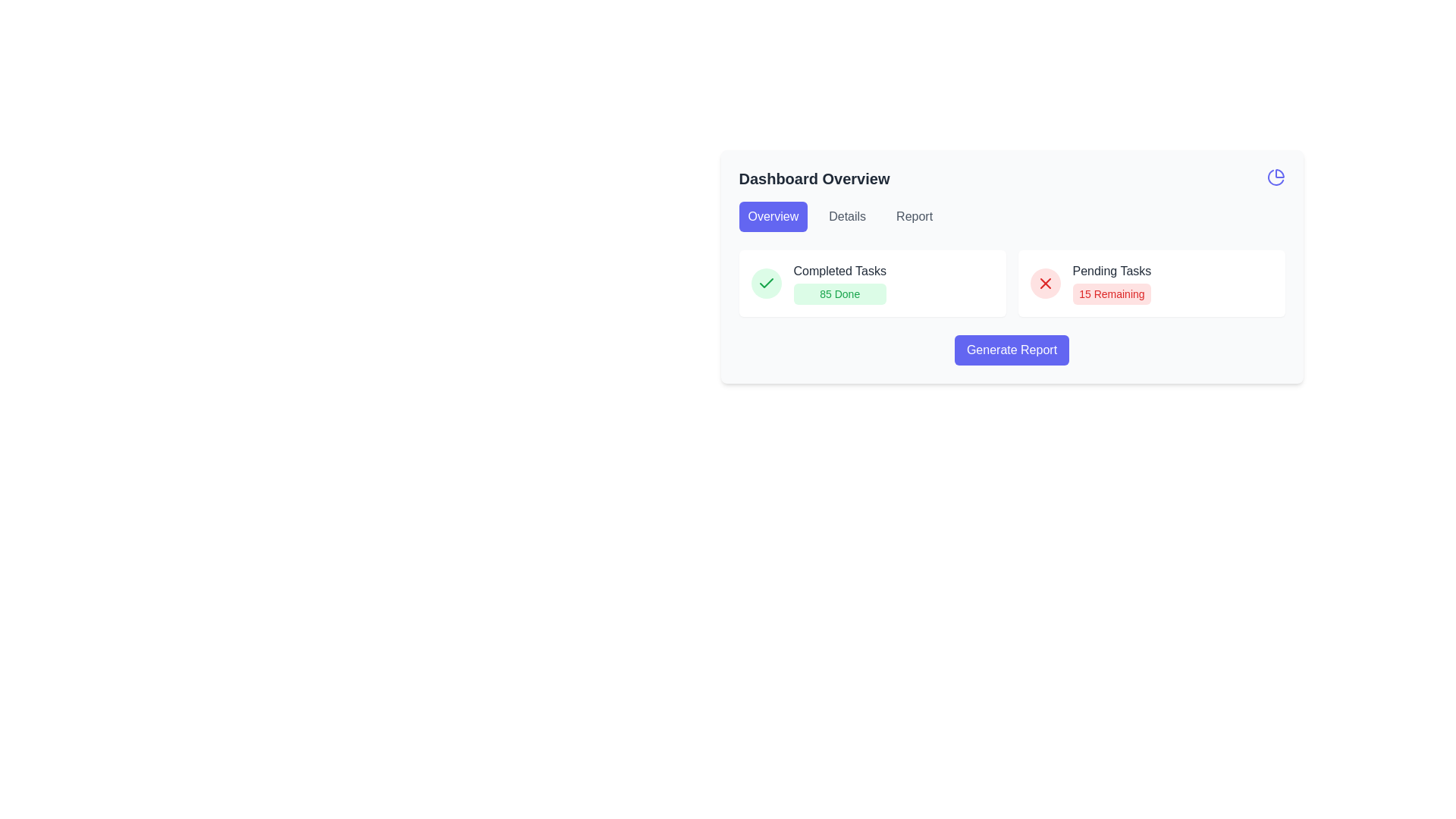 The height and width of the screenshot is (819, 1456). What do you see at coordinates (766, 284) in the screenshot?
I see `the status icon indicating completed tasks in the dashboard overview, located adjacent to the text '85 Done'` at bounding box center [766, 284].